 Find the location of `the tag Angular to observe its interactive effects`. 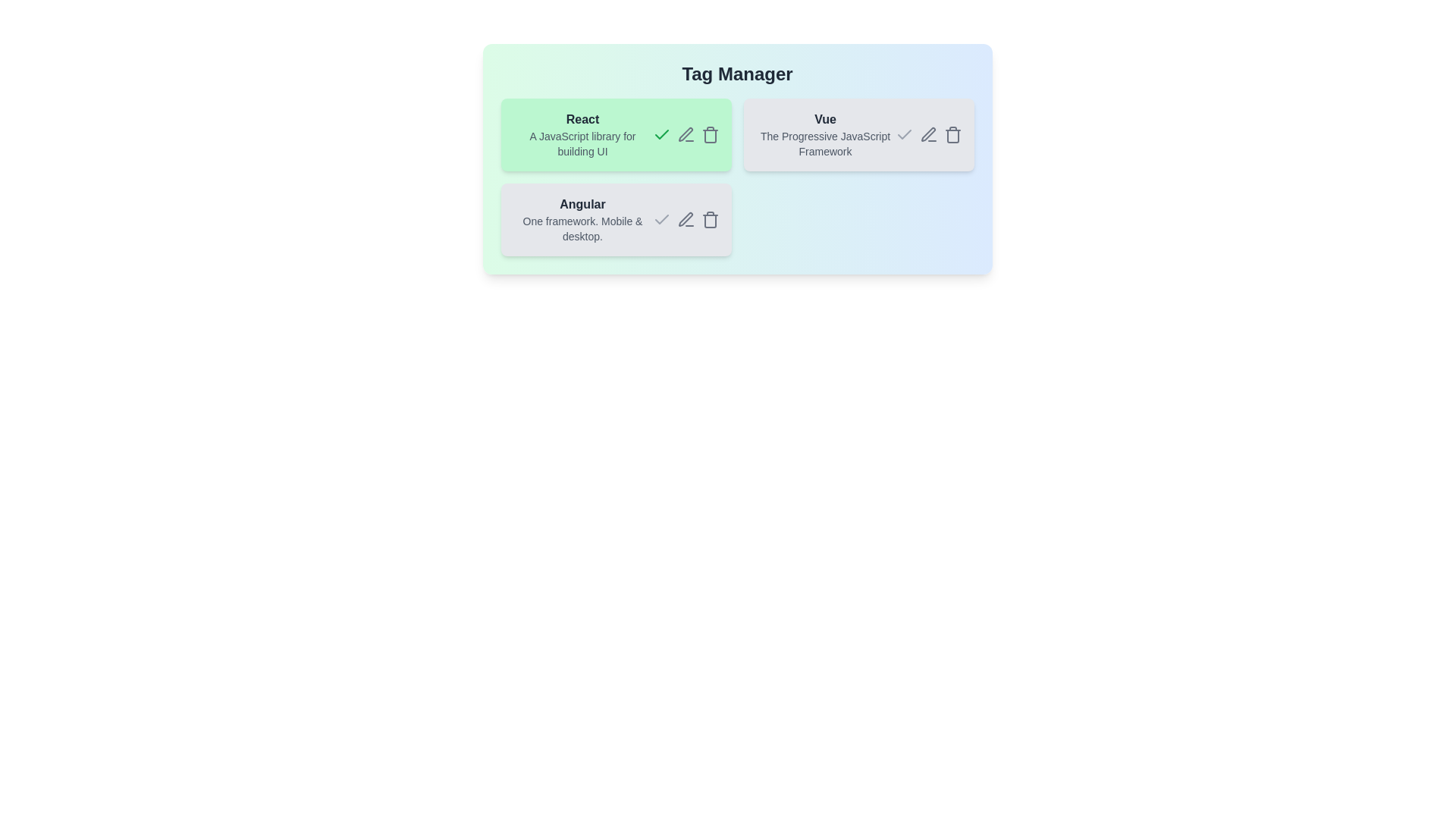

the tag Angular to observe its interactive effects is located at coordinates (582, 219).